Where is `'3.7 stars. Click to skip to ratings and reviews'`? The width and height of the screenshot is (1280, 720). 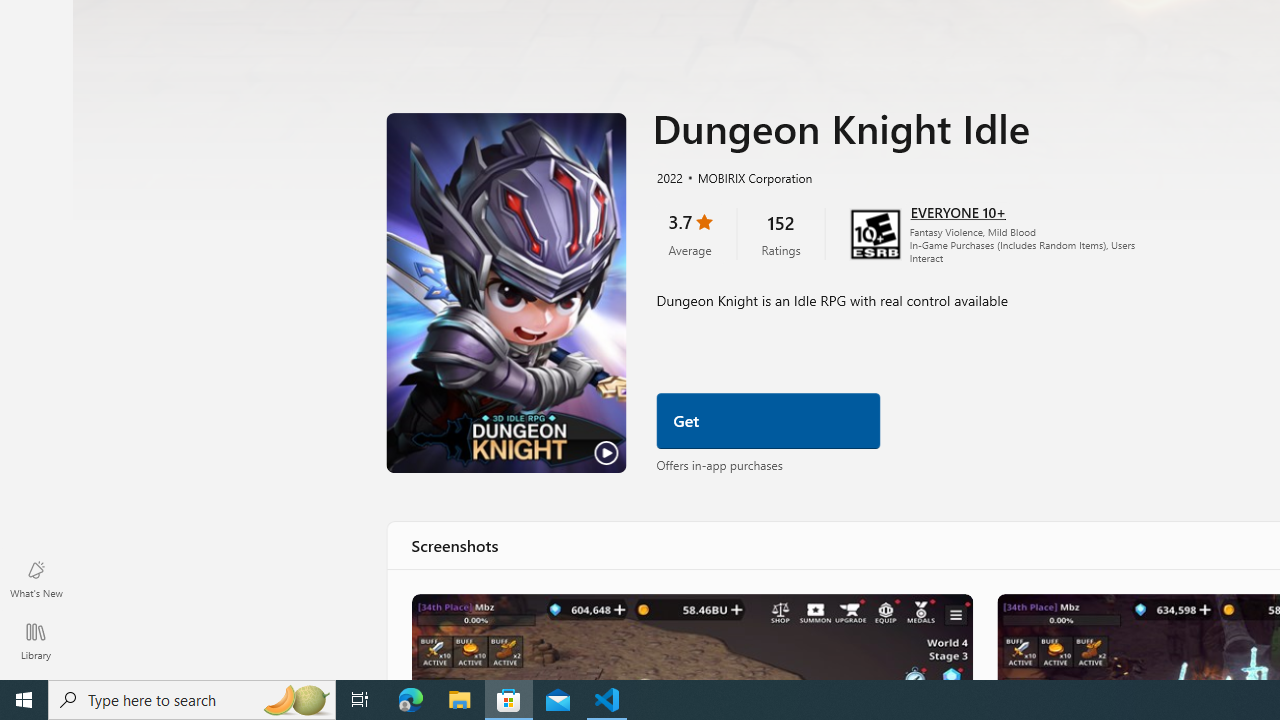 '3.7 stars. Click to skip to ratings and reviews' is located at coordinates (689, 231).